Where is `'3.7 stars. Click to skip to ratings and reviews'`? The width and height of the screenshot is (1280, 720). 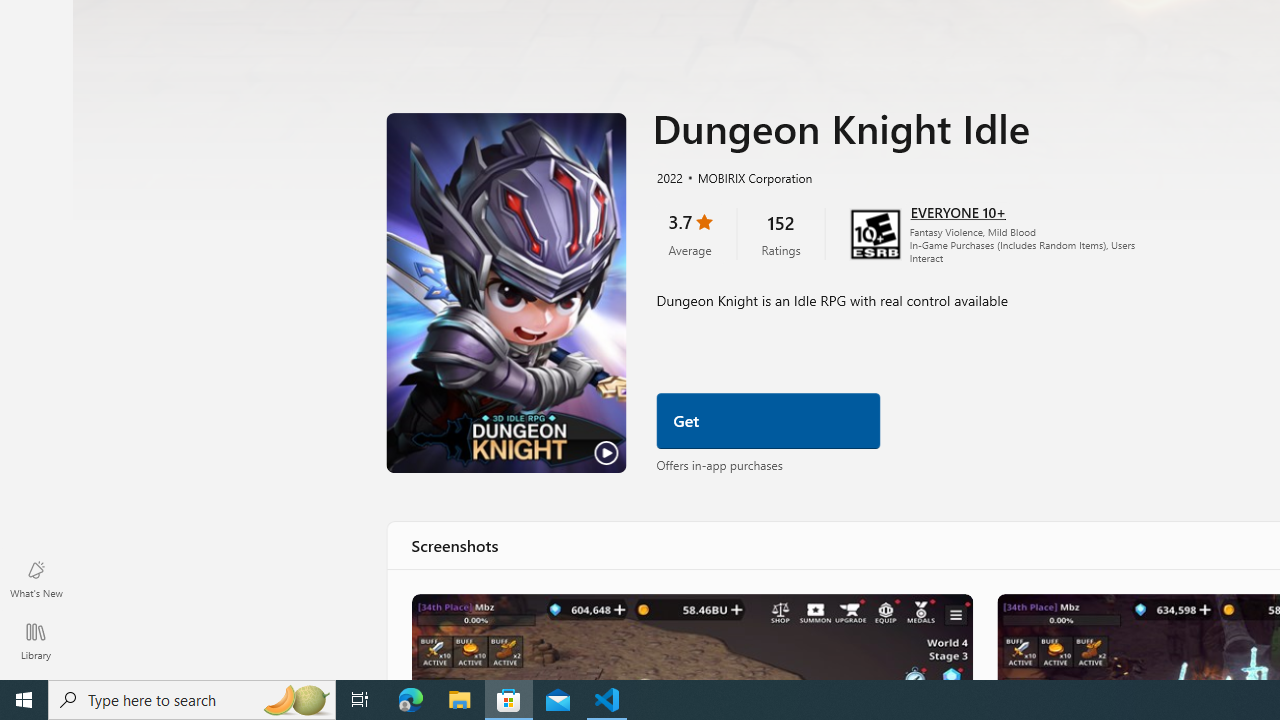 '3.7 stars. Click to skip to ratings and reviews' is located at coordinates (689, 231).